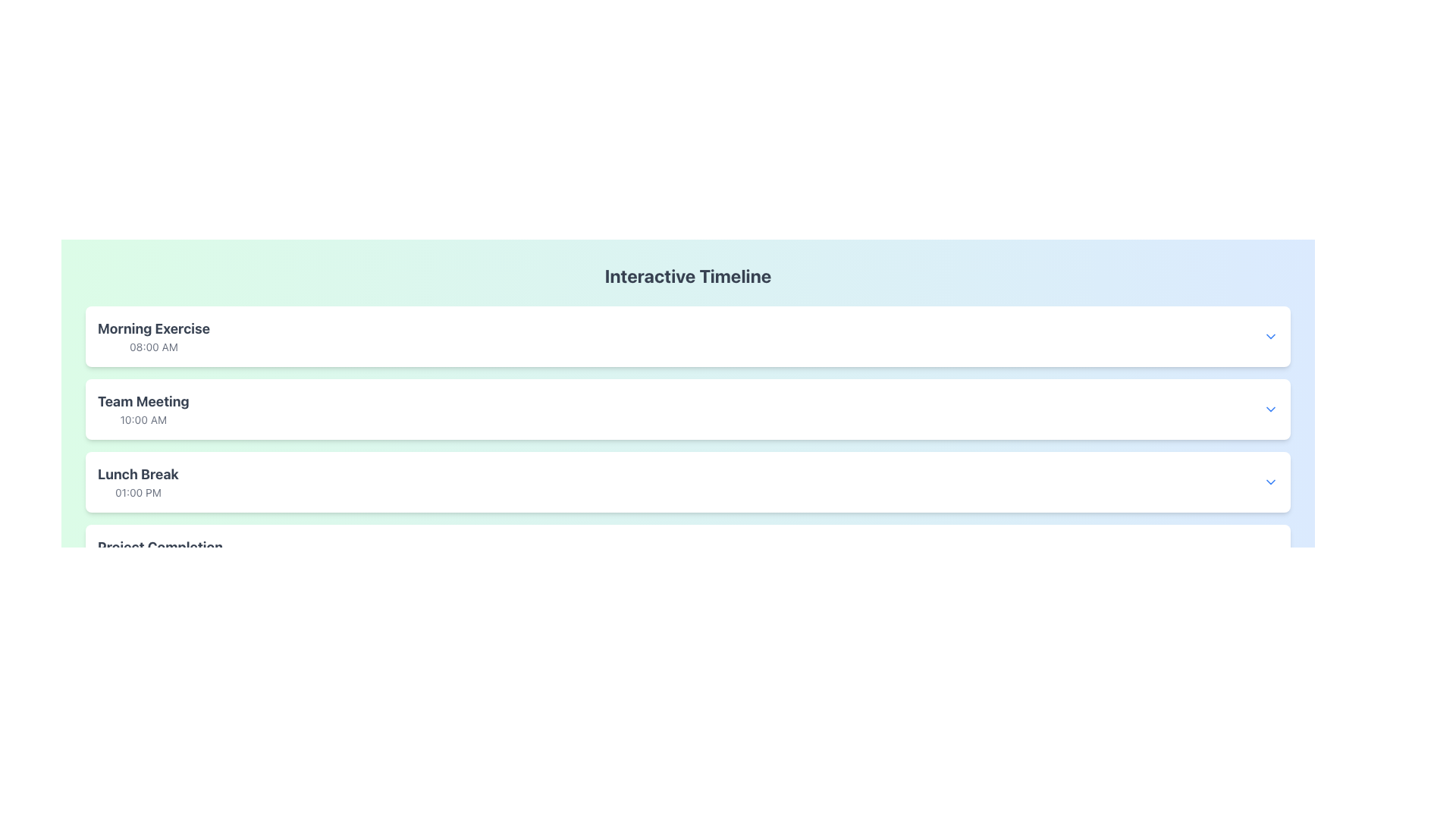 The image size is (1456, 819). What do you see at coordinates (160, 555) in the screenshot?
I see `the text block entry for 'Project Completion' scheduled at '04:00 PM' in the timeline interface, which is the fourth entry in the list` at bounding box center [160, 555].